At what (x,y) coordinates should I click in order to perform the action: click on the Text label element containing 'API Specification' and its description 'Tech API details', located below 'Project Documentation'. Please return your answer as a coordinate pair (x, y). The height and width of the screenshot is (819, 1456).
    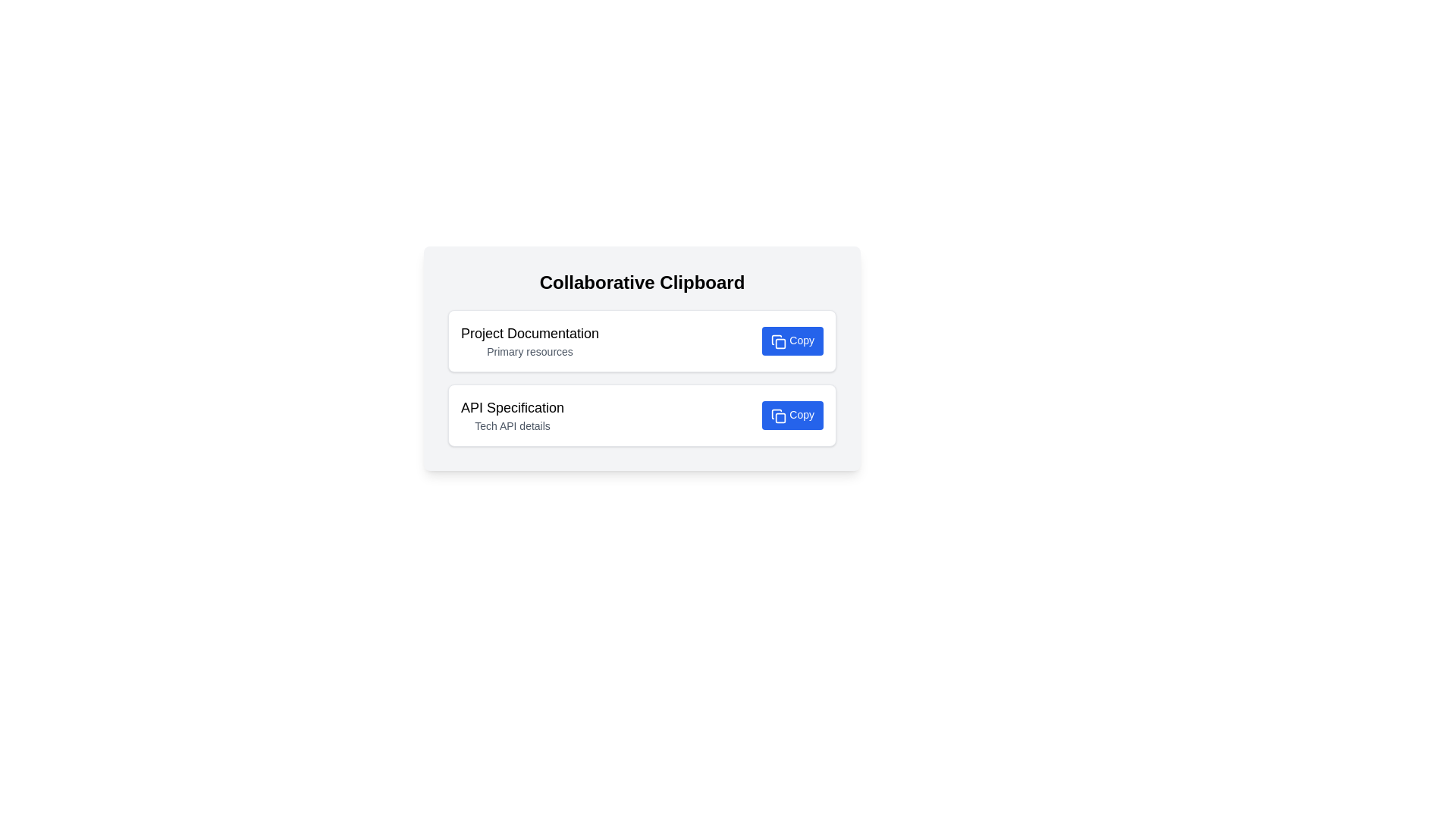
    Looking at the image, I should click on (513, 415).